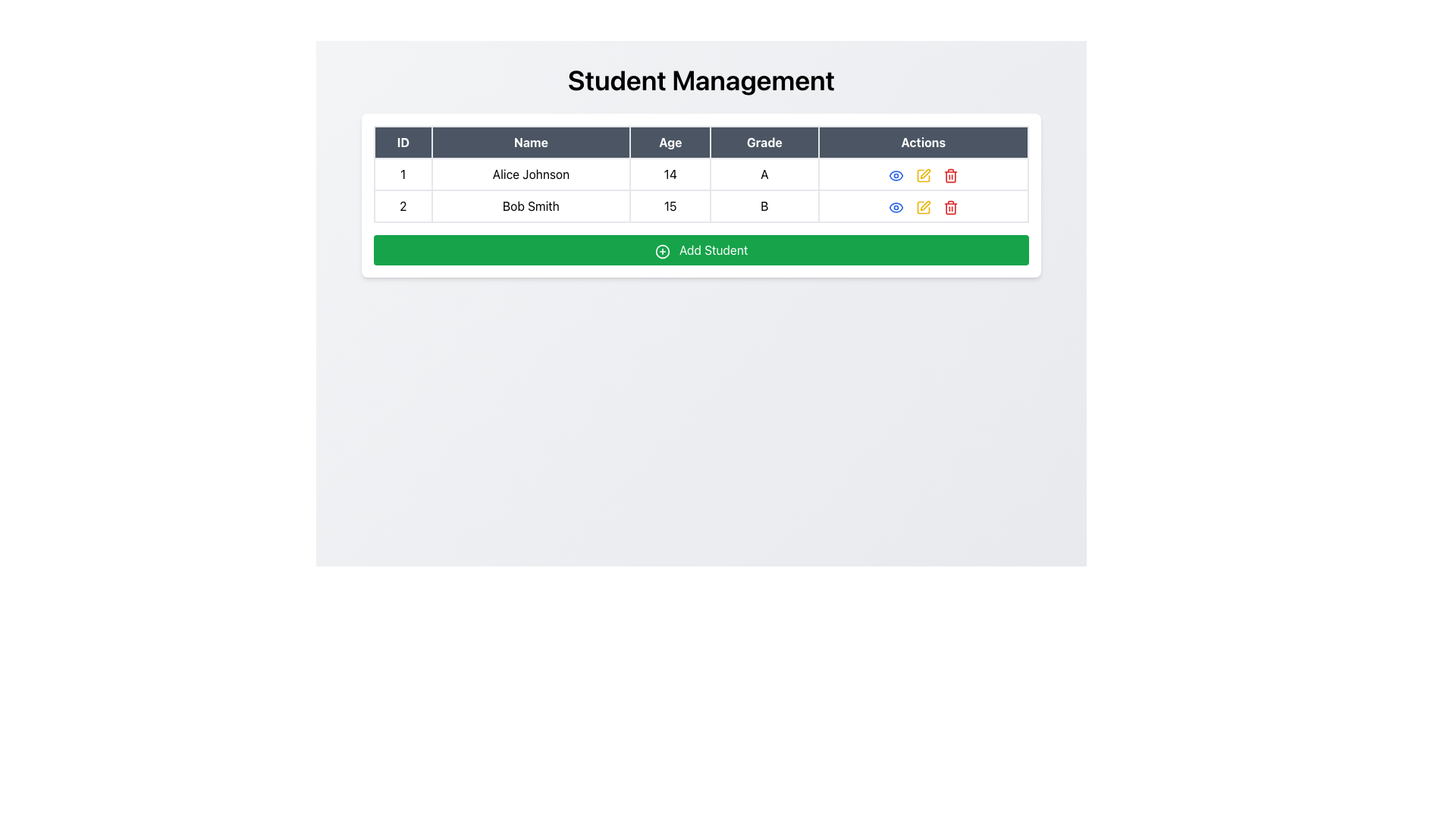 The image size is (1456, 819). Describe the element at coordinates (896, 207) in the screenshot. I see `the visibility icon in the first row of the actions column` at that location.